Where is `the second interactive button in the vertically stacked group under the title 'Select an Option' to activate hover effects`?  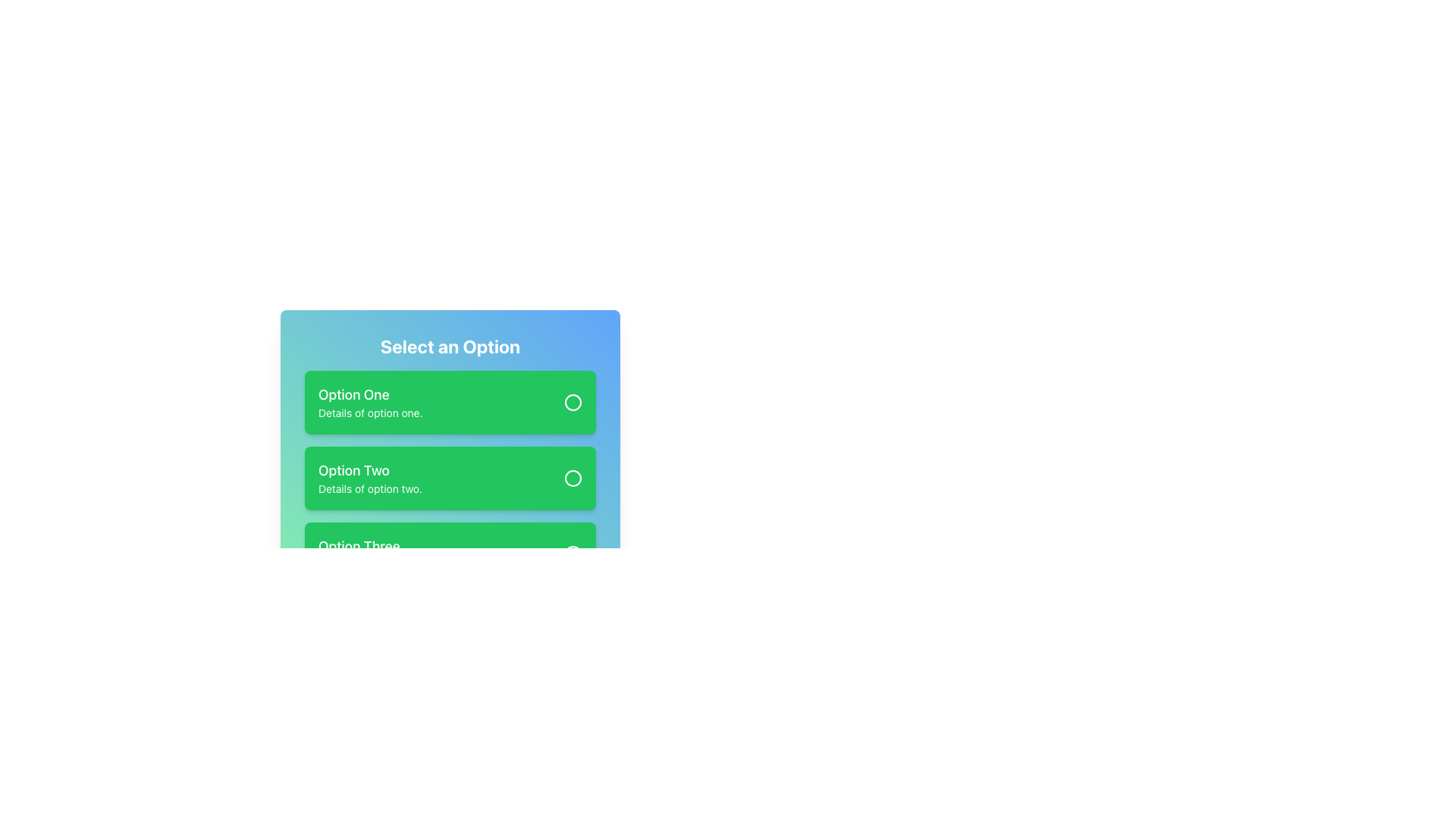 the second interactive button in the vertically stacked group under the title 'Select an Option' to activate hover effects is located at coordinates (450, 459).